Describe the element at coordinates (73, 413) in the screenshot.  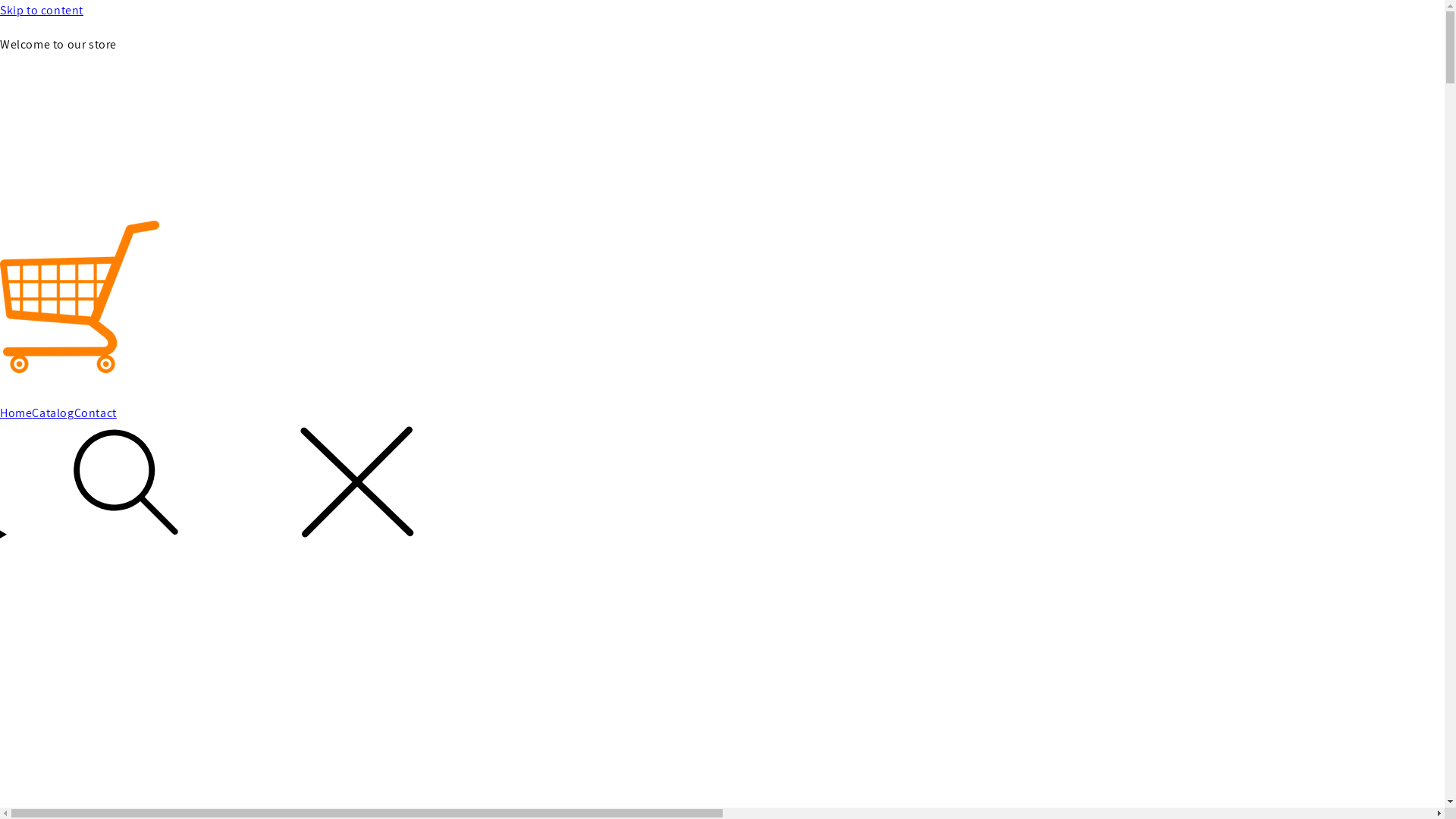
I see `'Contact'` at that location.